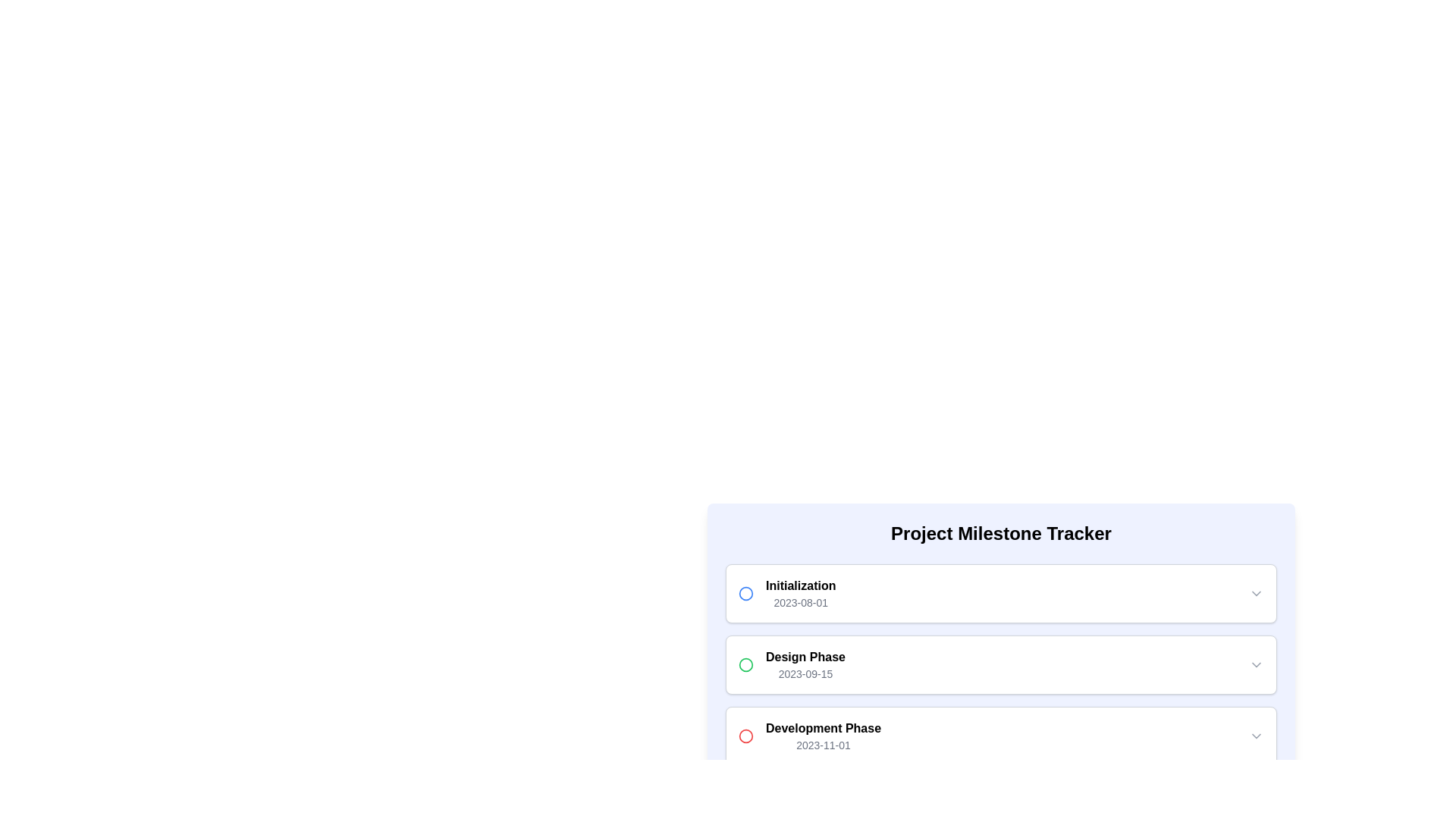 This screenshot has height=819, width=1456. I want to click on the 'Initialization' milestone icon in the milestone tracker interface, which is the first icon in the list of phases, so click(745, 593).